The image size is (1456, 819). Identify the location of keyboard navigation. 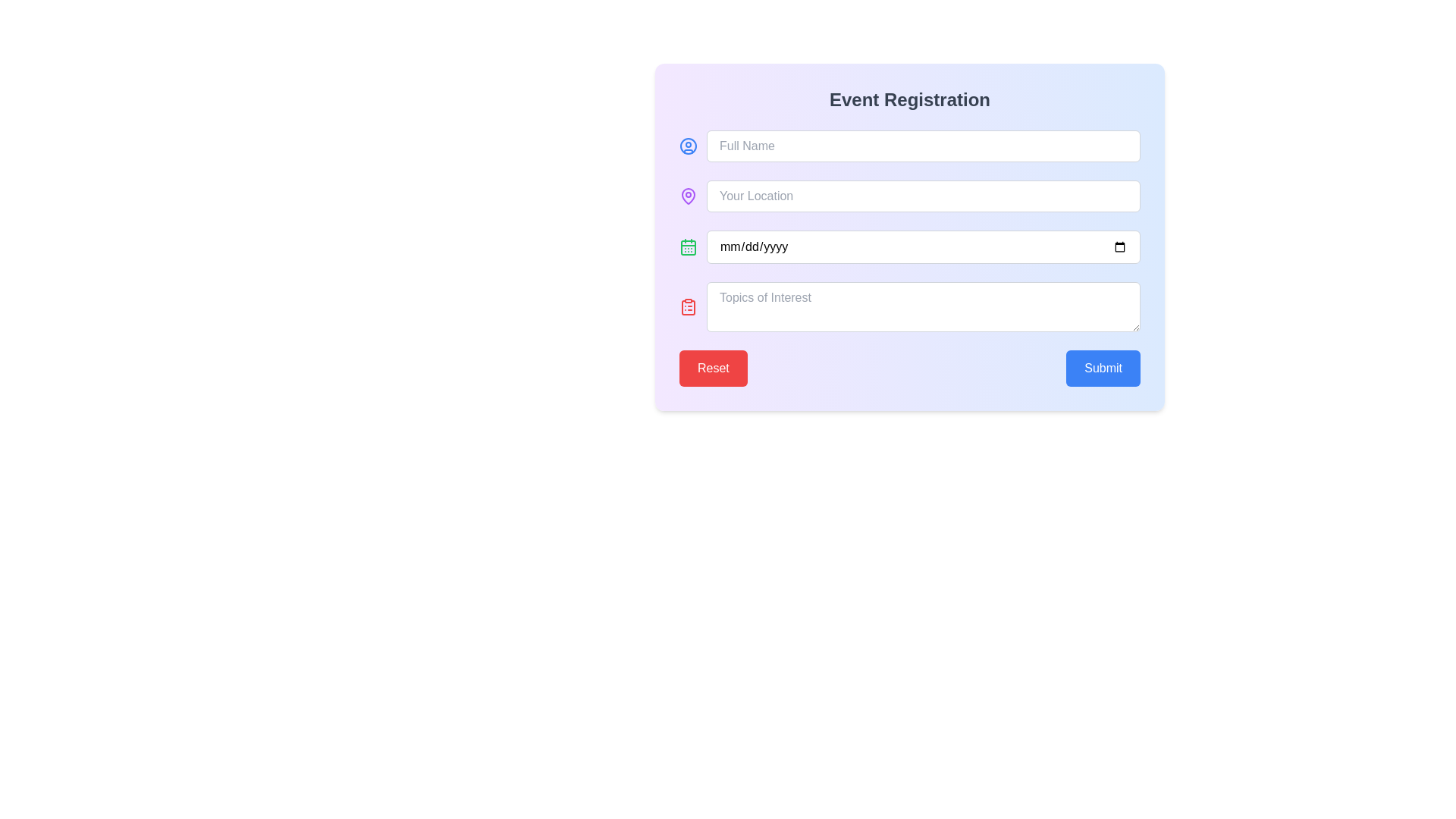
(712, 369).